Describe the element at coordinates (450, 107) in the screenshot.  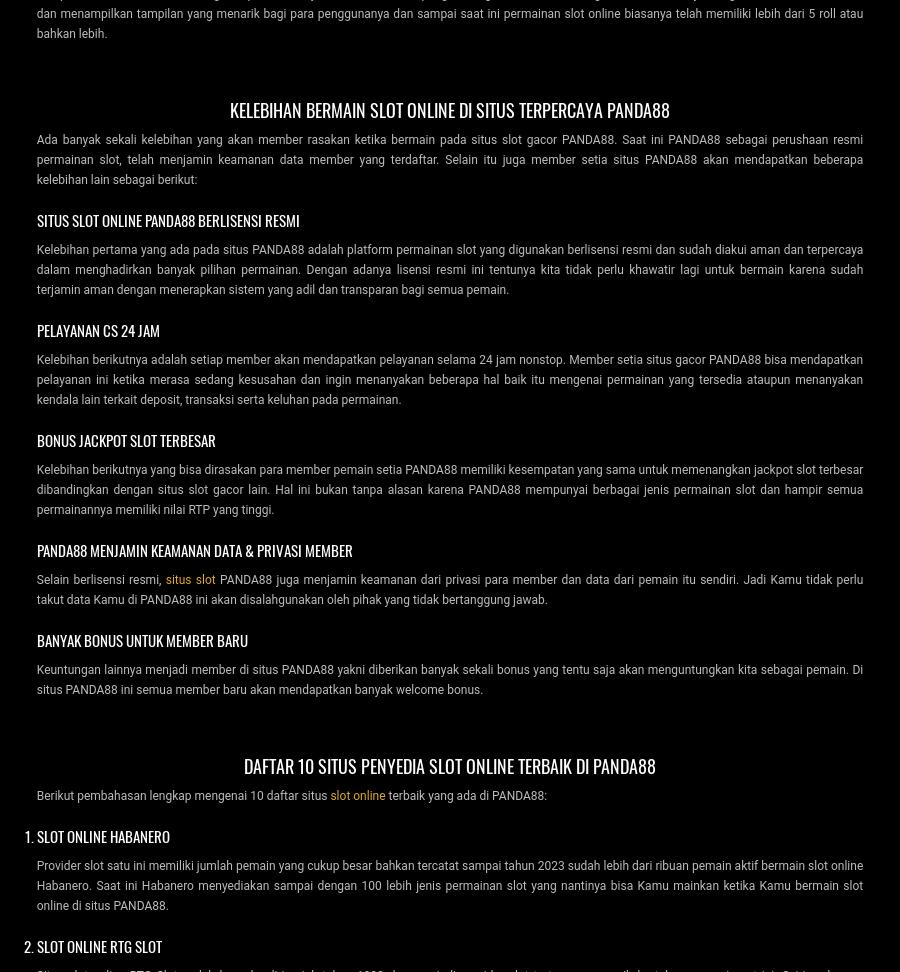
I see `'Kelebihan Bermain Slot Online di Situs Terpercaya PANDA88'` at that location.